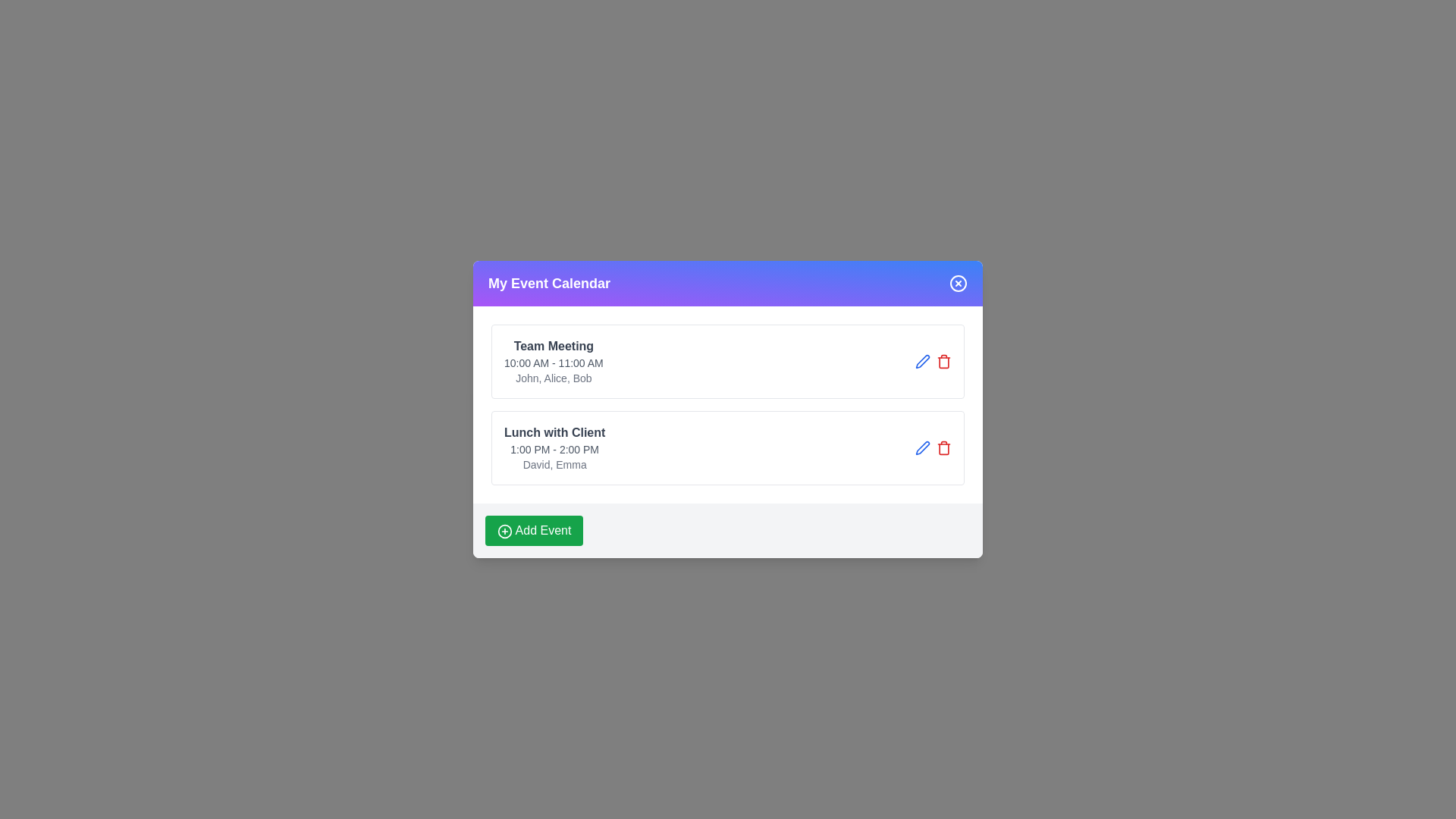 The height and width of the screenshot is (819, 1456). I want to click on text label indicating the scheduled time for the 'Team Meeting', which is positioned below the title and above the participant names, so click(553, 362).